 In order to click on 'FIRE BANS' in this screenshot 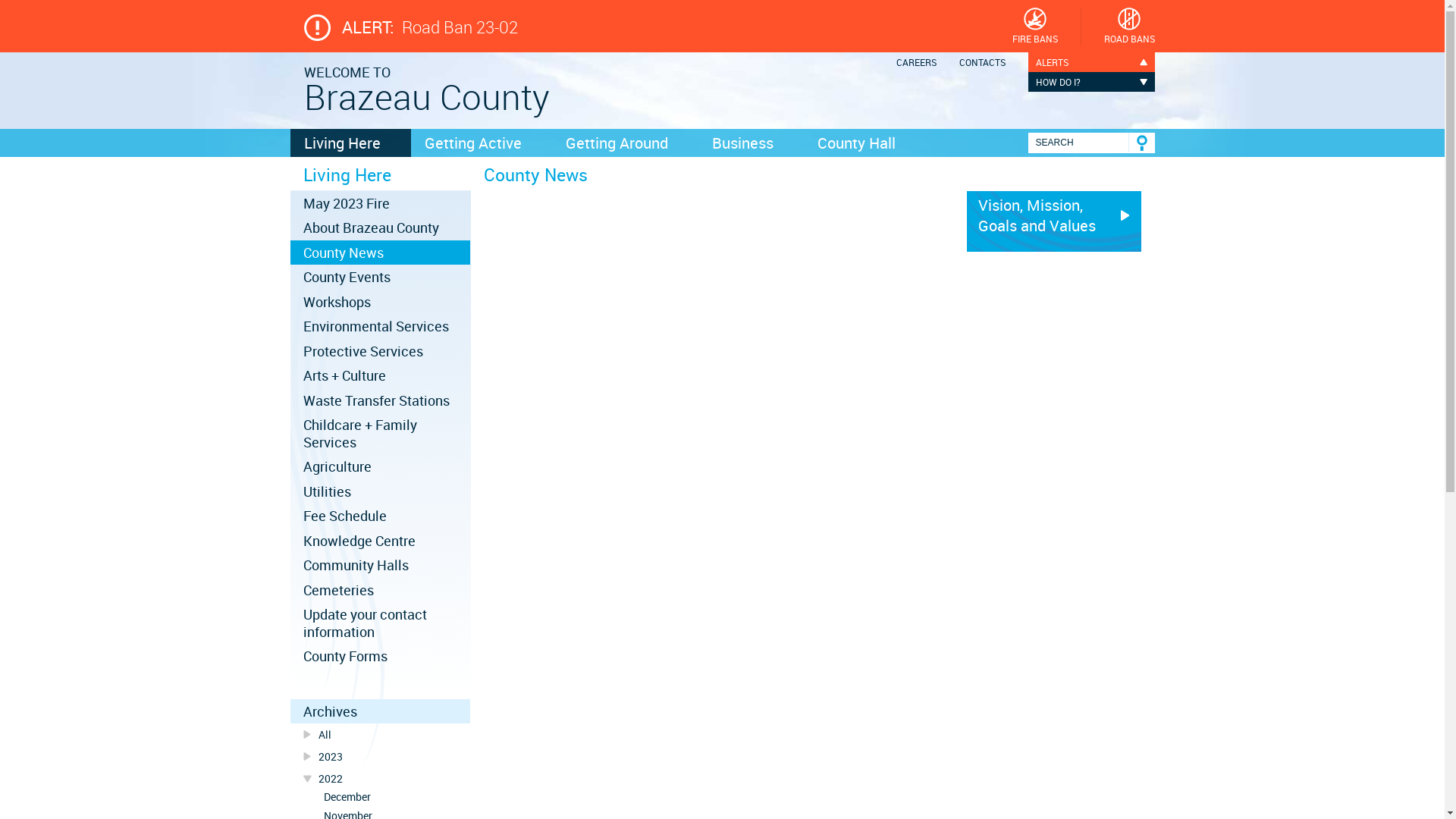, I will do `click(1012, 26)`.